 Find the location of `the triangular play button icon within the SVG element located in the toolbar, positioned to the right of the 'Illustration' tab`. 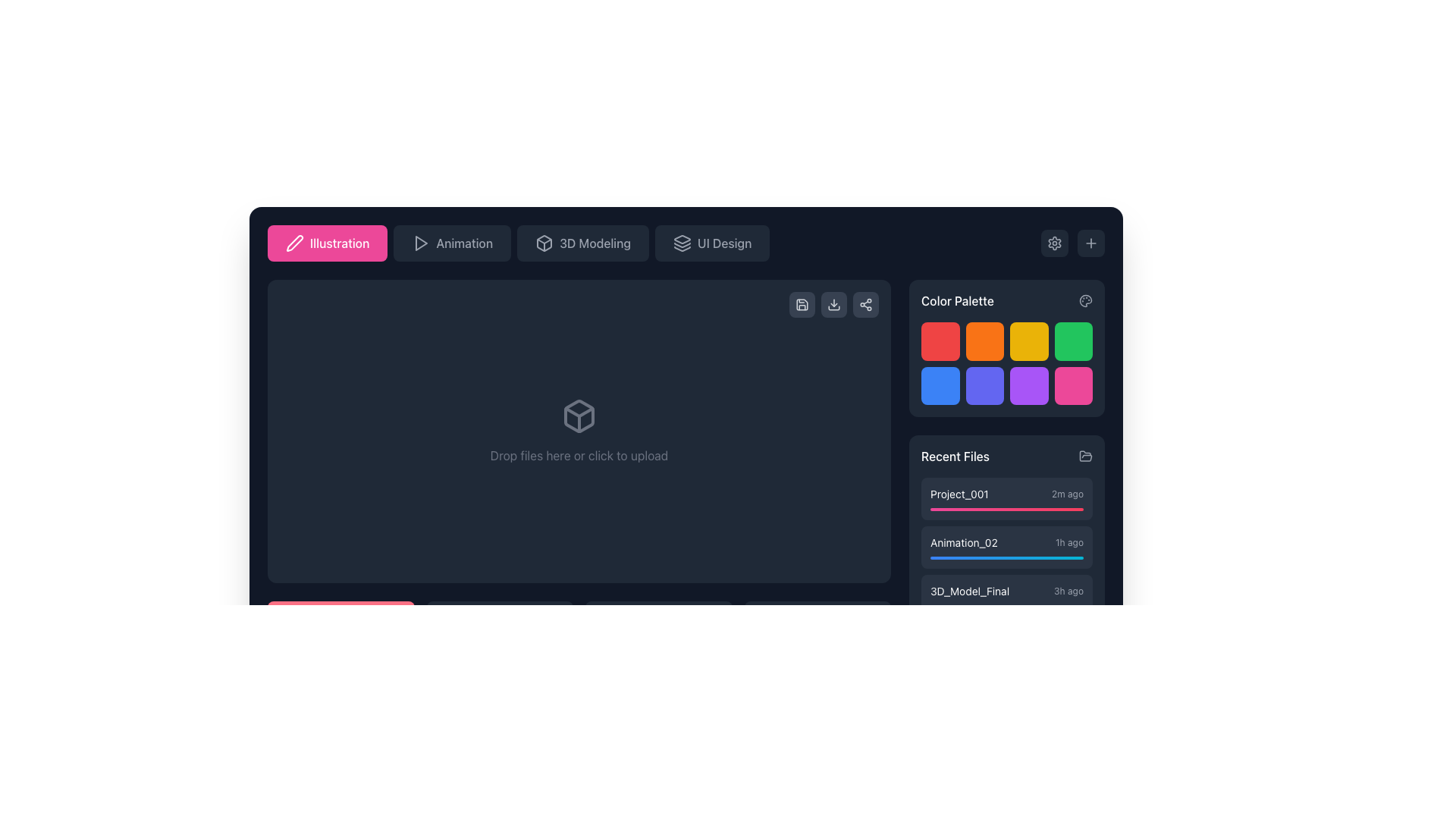

the triangular play button icon within the SVG element located in the toolbar, positioned to the right of the 'Illustration' tab is located at coordinates (422, 242).